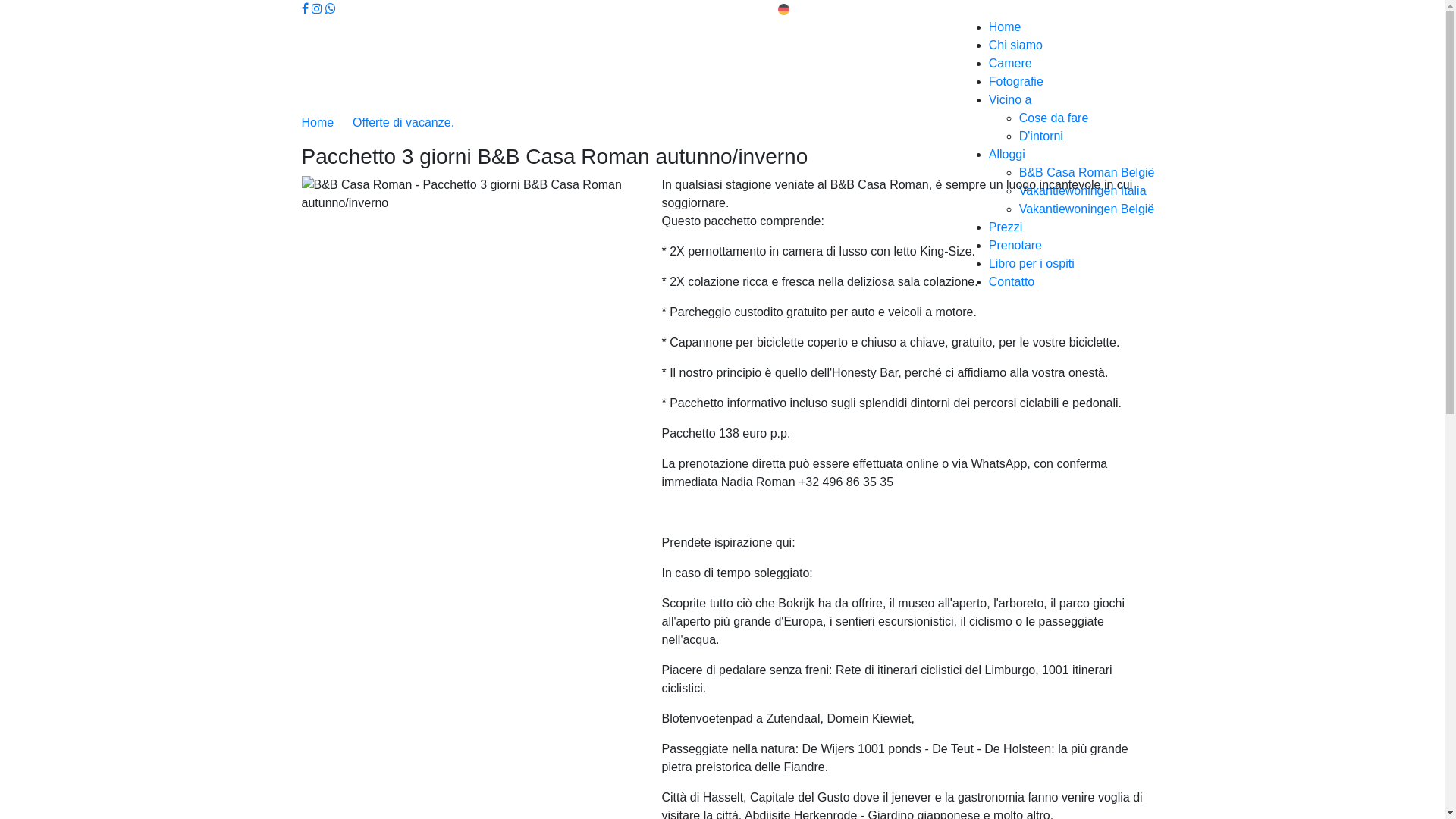 The height and width of the screenshot is (819, 1456). Describe the element at coordinates (1010, 62) in the screenshot. I see `'Camere'` at that location.